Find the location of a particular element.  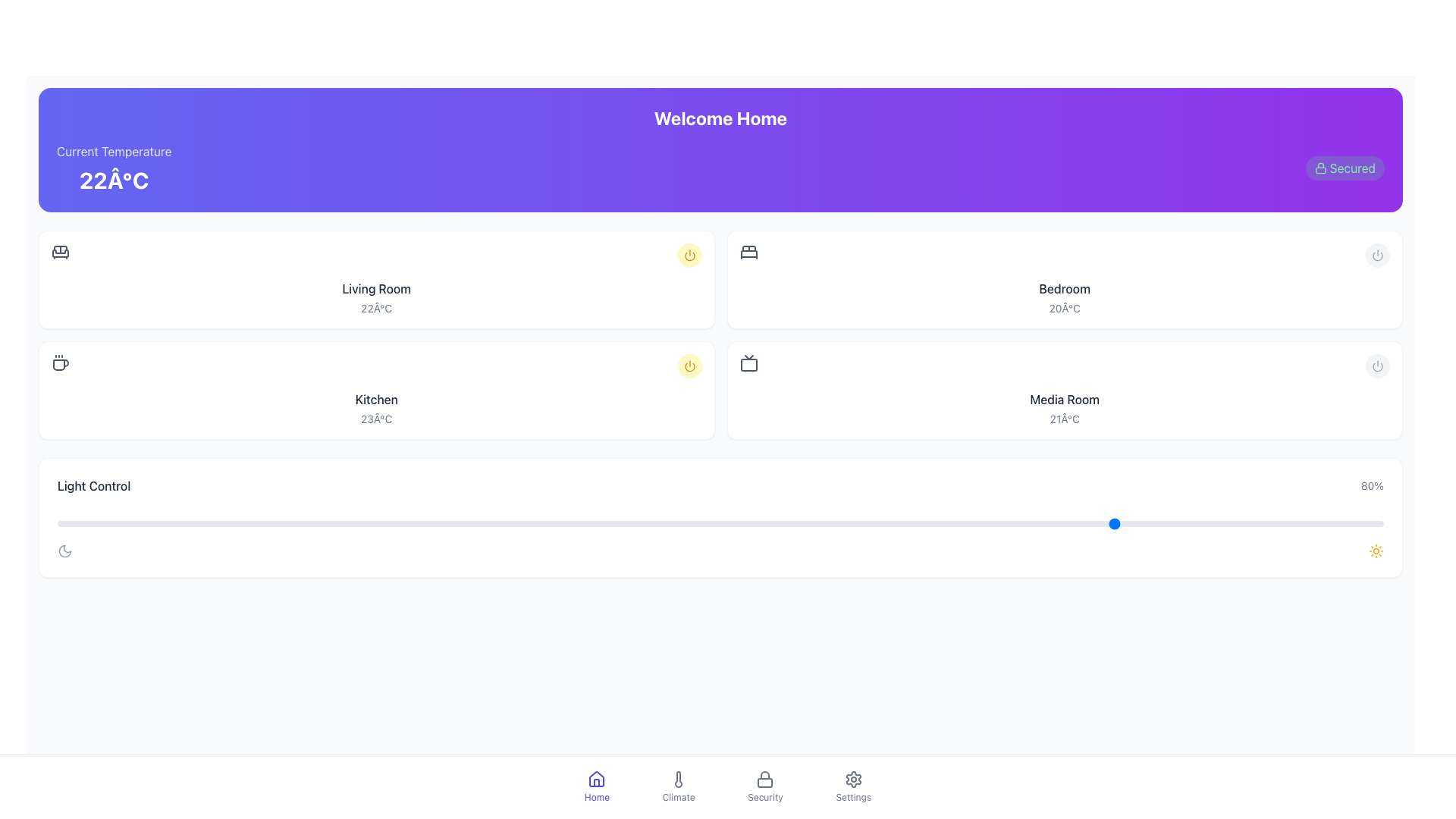

the small circular power icon located at the top-right corner of the 'Bedroom' section is located at coordinates (1378, 366).